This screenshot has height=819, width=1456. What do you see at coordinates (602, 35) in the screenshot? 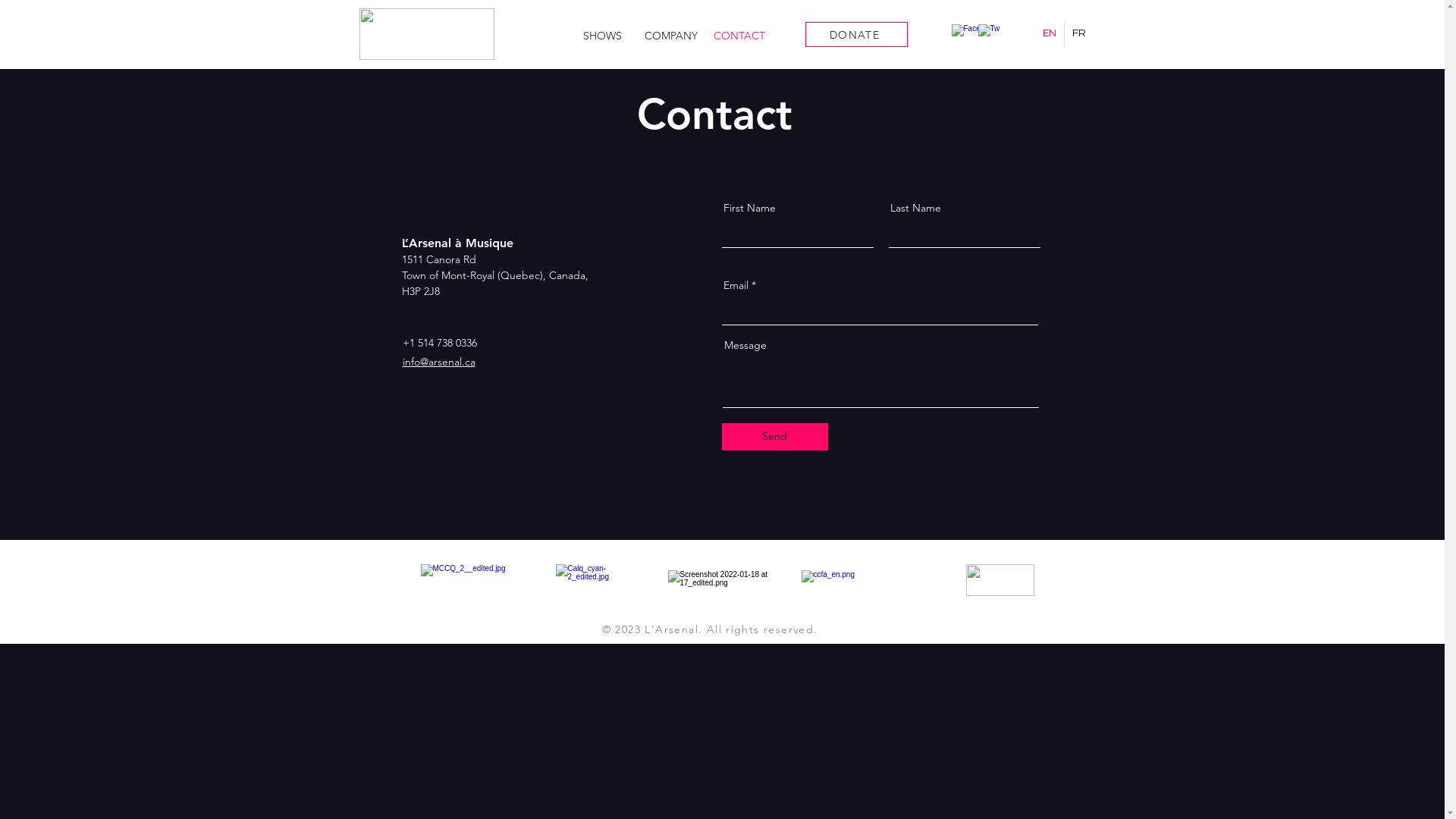
I see `'SHOWS'` at bounding box center [602, 35].